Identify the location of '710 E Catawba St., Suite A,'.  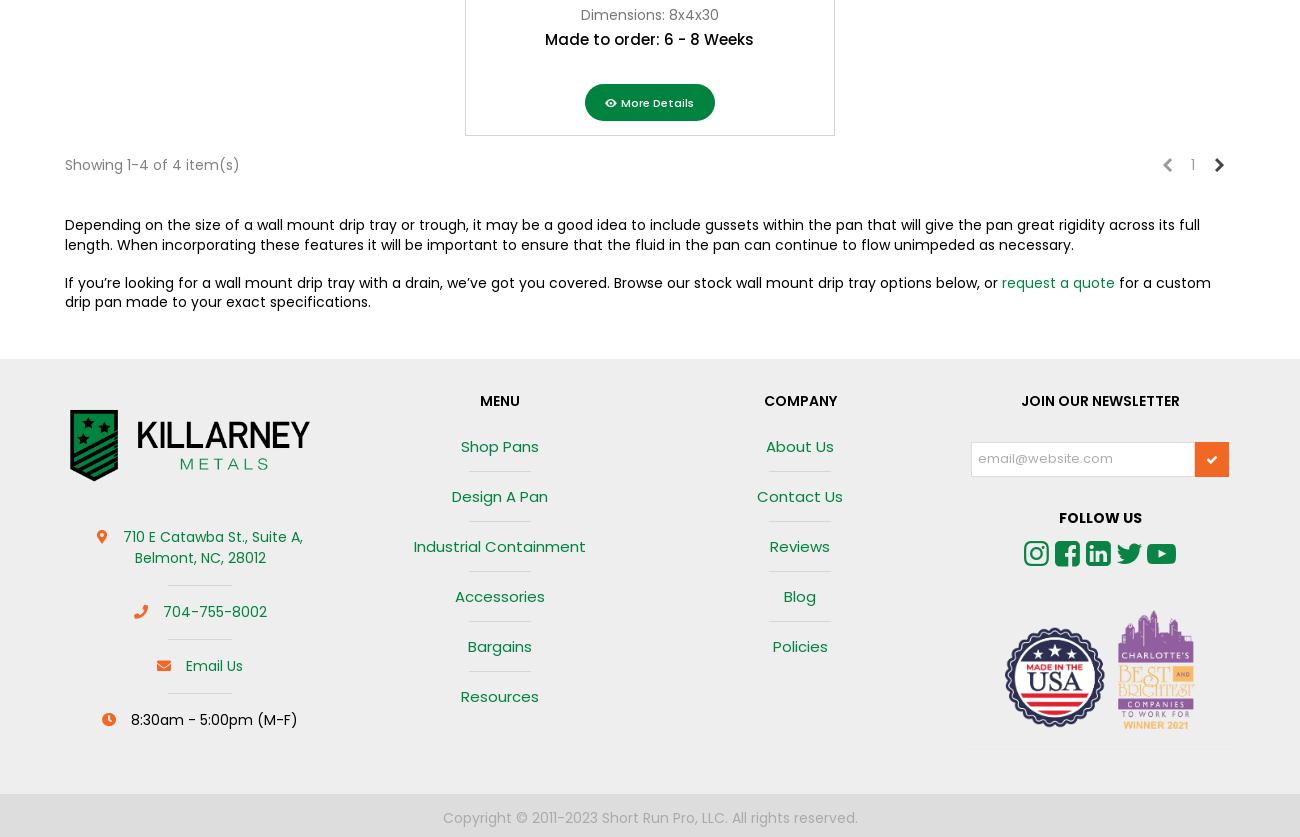
(212, 536).